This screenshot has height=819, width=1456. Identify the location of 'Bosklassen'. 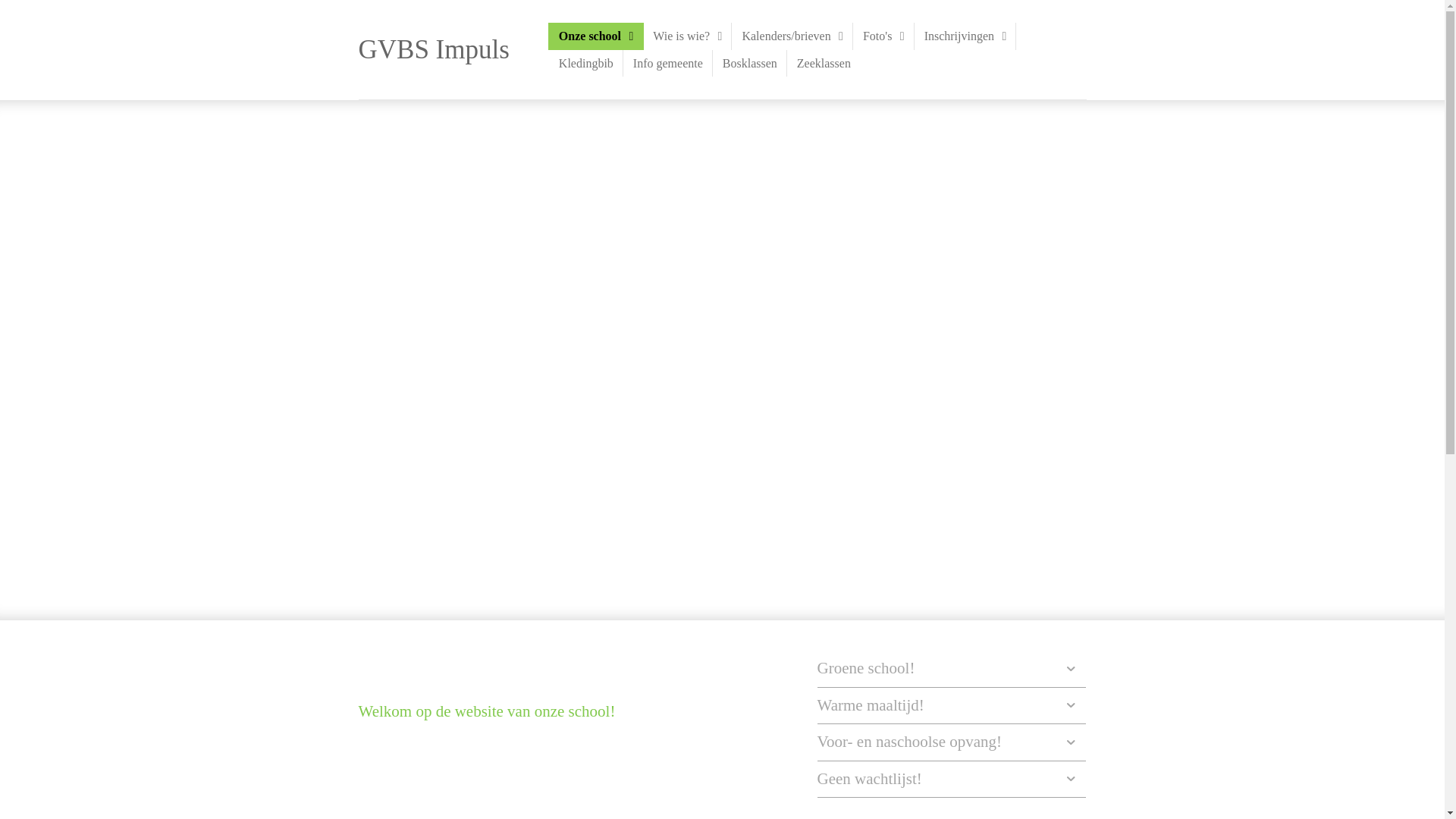
(749, 63).